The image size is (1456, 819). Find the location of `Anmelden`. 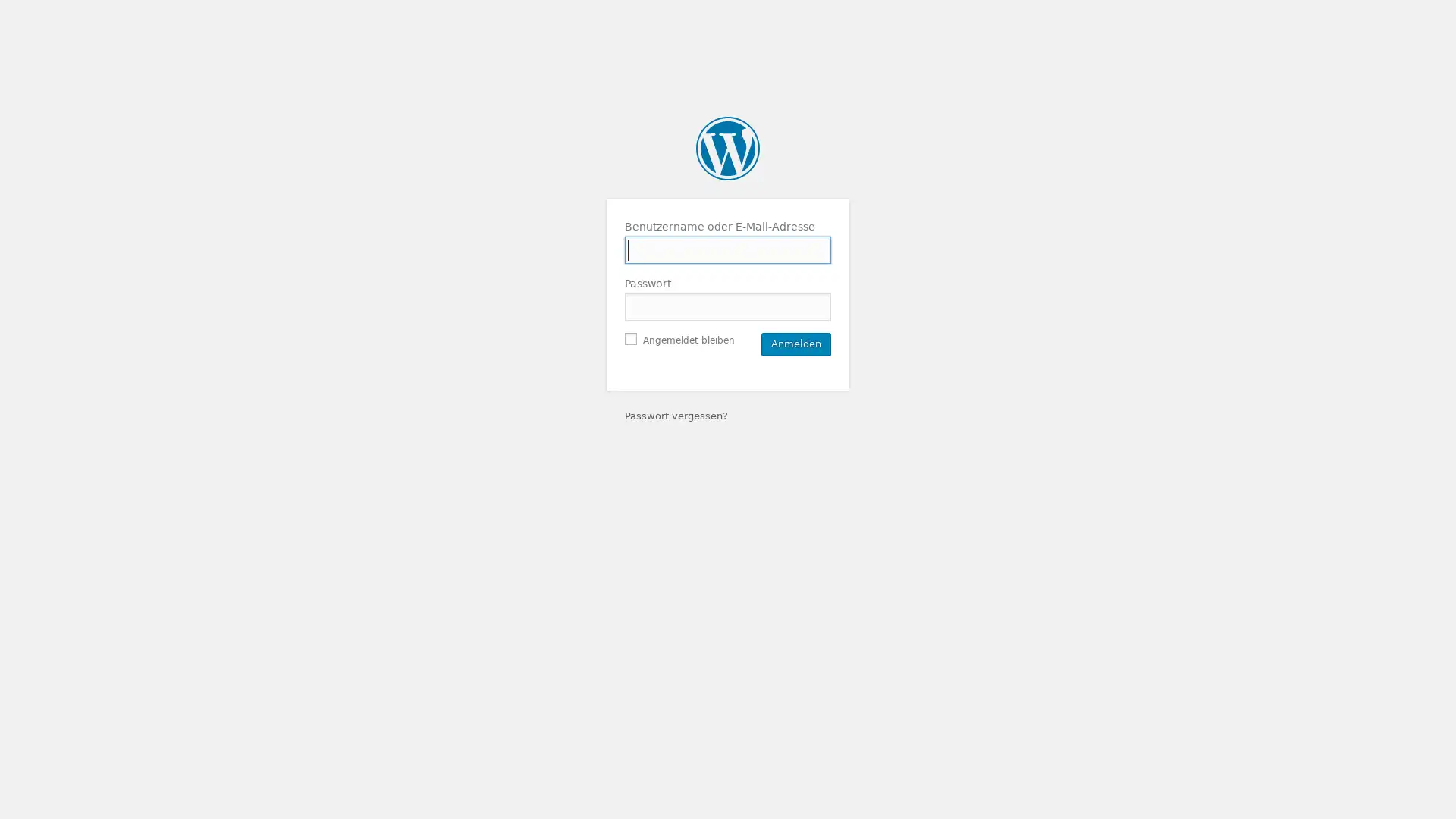

Anmelden is located at coordinates (795, 343).